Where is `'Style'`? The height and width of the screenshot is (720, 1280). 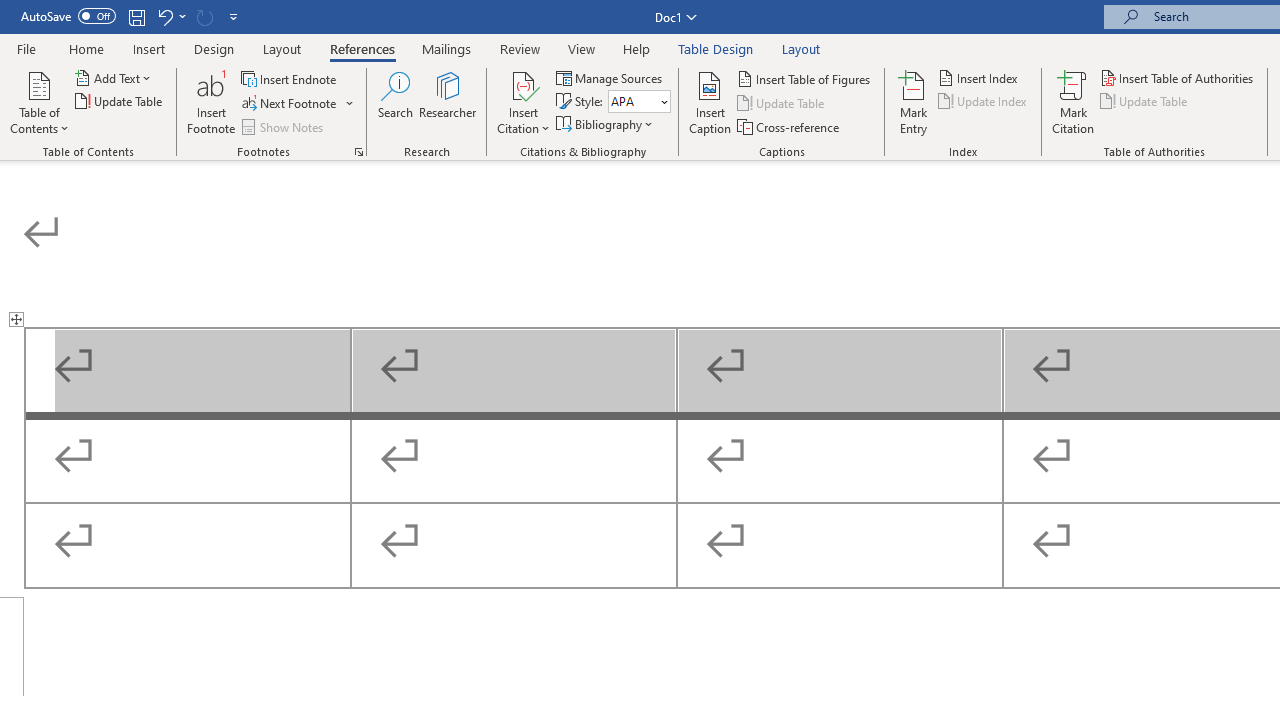
'Style' is located at coordinates (631, 101).